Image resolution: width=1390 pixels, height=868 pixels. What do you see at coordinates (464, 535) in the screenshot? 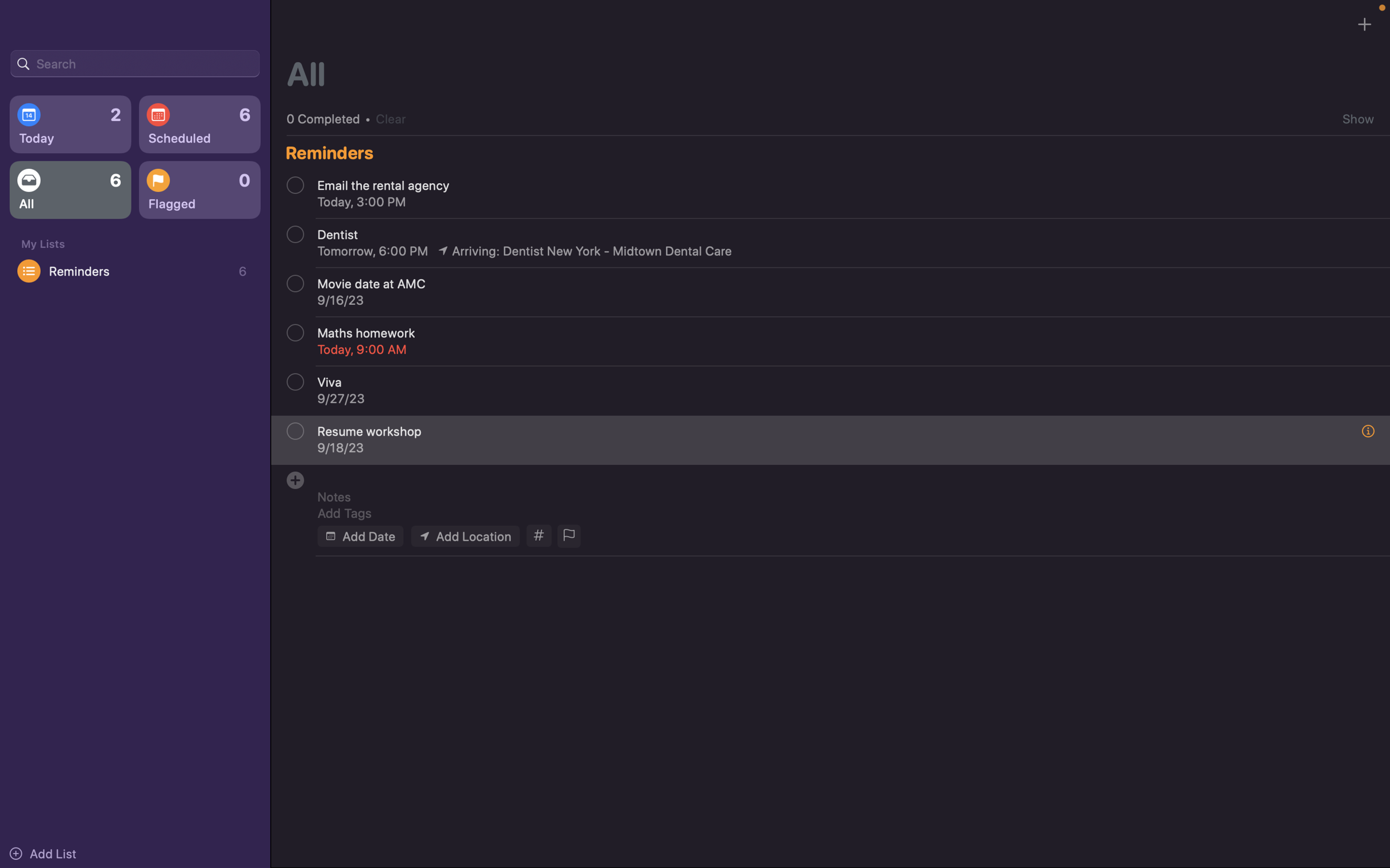
I see `Input "Zoom meeting" into the location field` at bounding box center [464, 535].